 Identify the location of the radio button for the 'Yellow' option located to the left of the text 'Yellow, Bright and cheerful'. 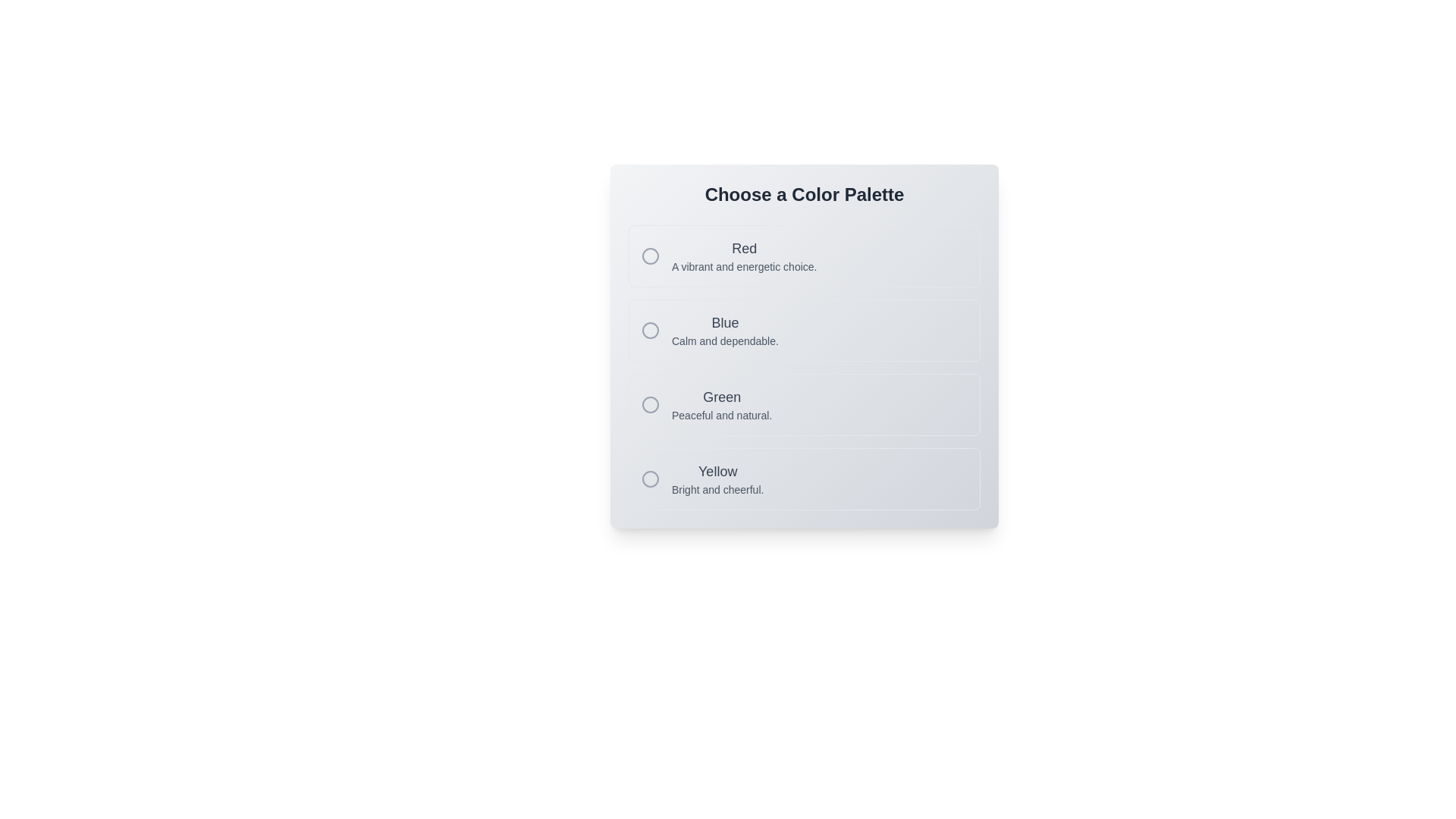
(651, 479).